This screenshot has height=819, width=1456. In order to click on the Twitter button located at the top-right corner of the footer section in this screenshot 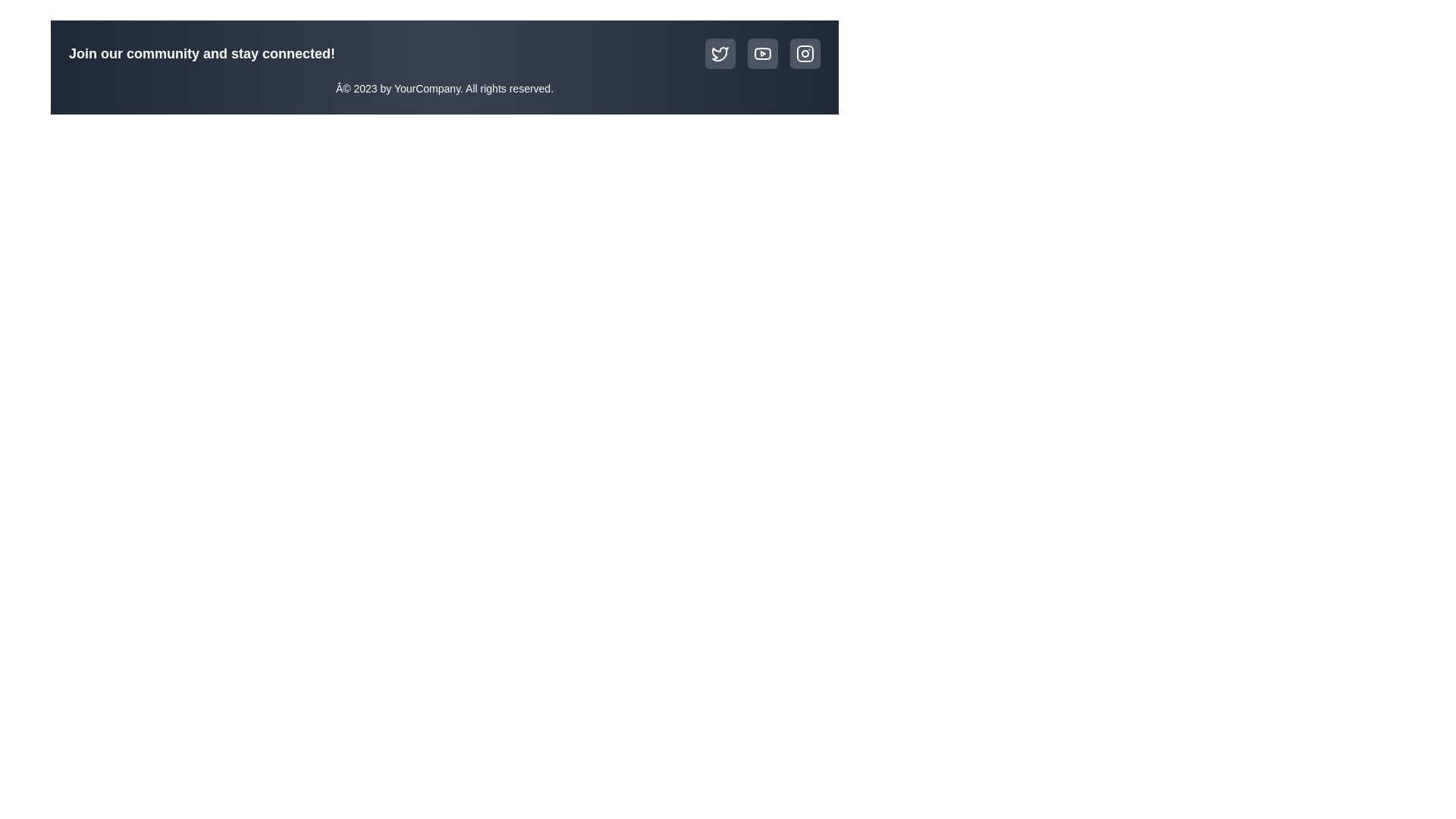, I will do `click(720, 52)`.